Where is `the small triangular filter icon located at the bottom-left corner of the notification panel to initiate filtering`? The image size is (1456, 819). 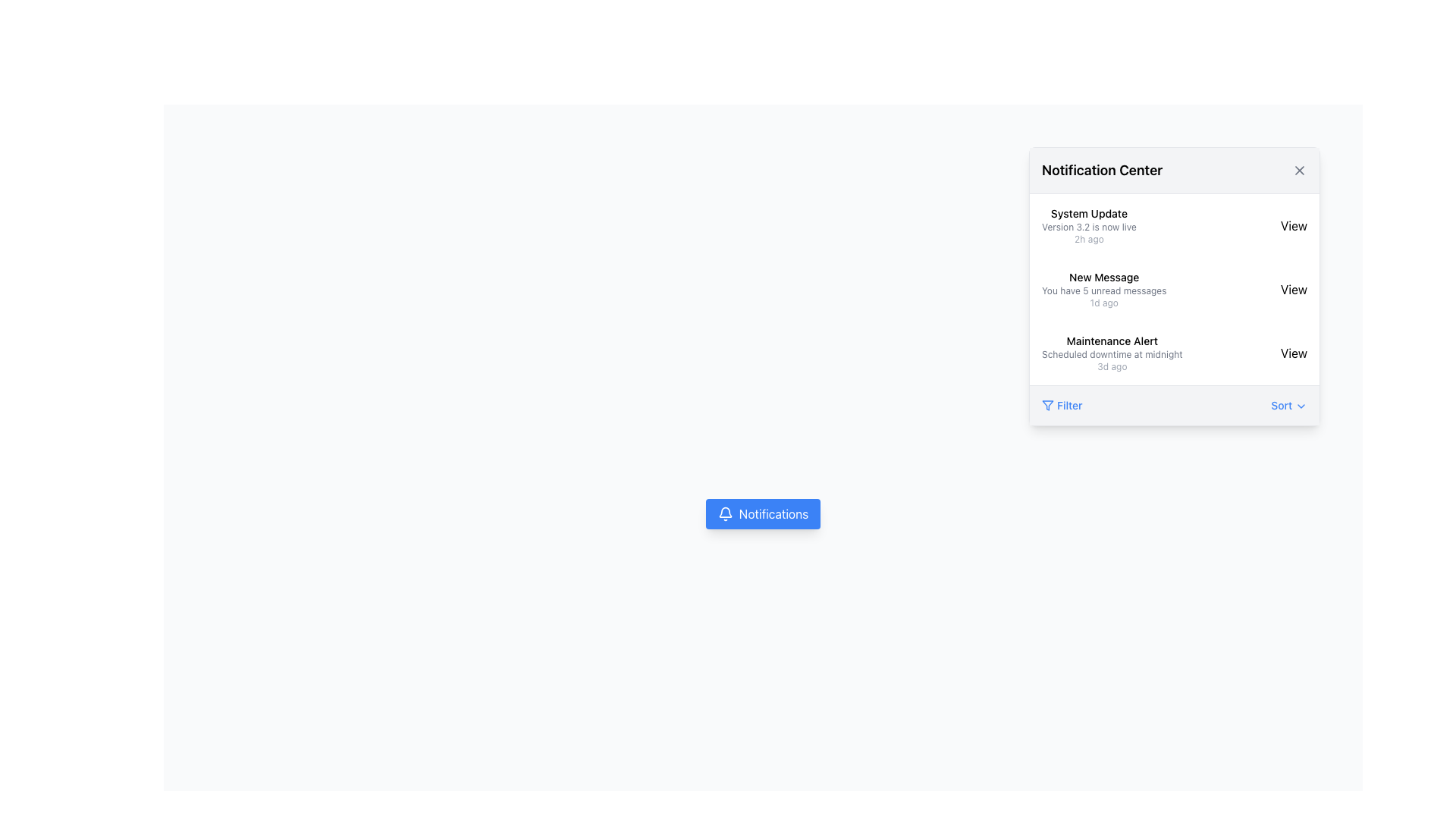 the small triangular filter icon located at the bottom-left corner of the notification panel to initiate filtering is located at coordinates (1047, 405).